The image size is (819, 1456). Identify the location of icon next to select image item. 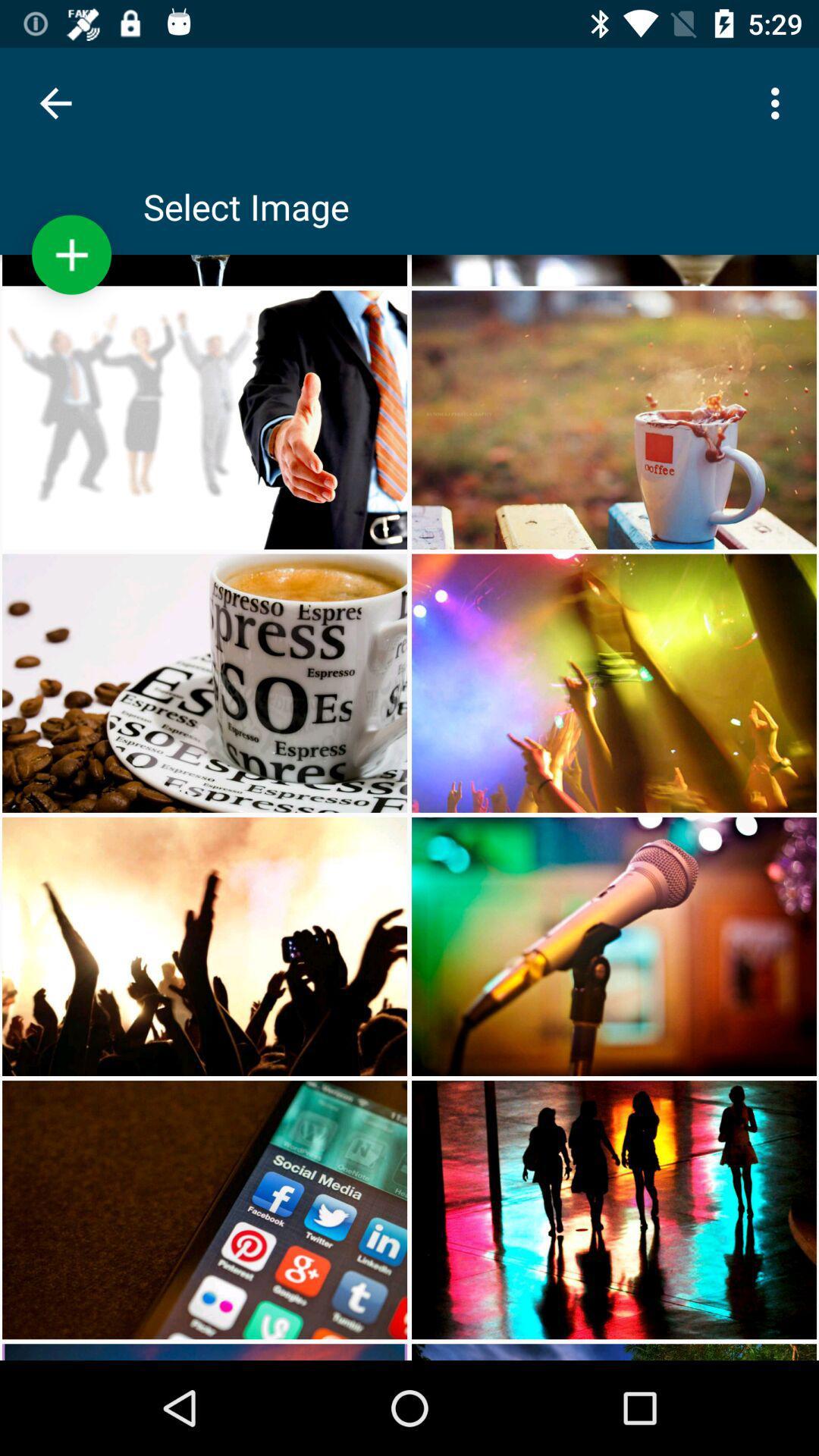
(71, 255).